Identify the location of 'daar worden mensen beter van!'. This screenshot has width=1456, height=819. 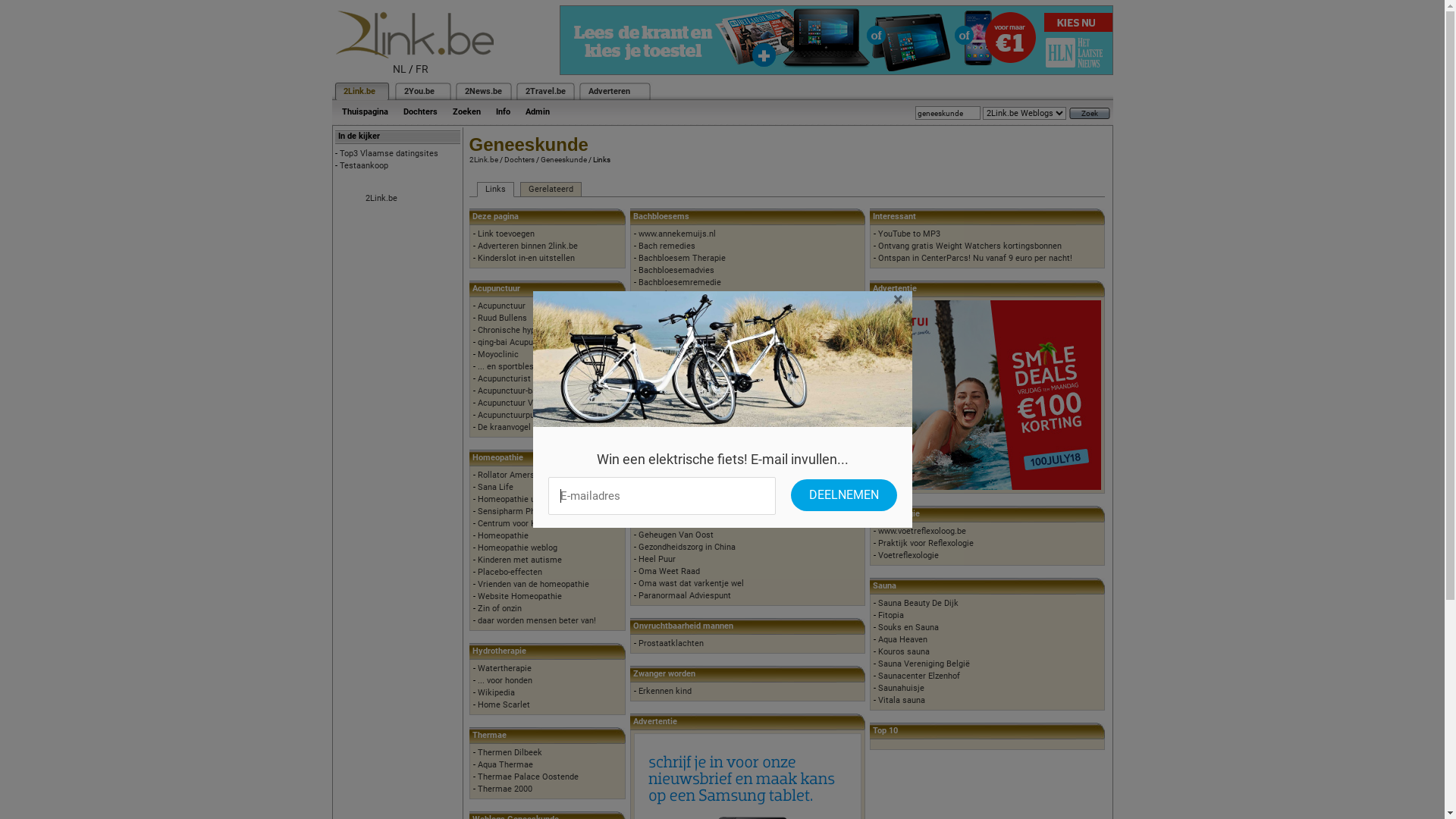
(537, 620).